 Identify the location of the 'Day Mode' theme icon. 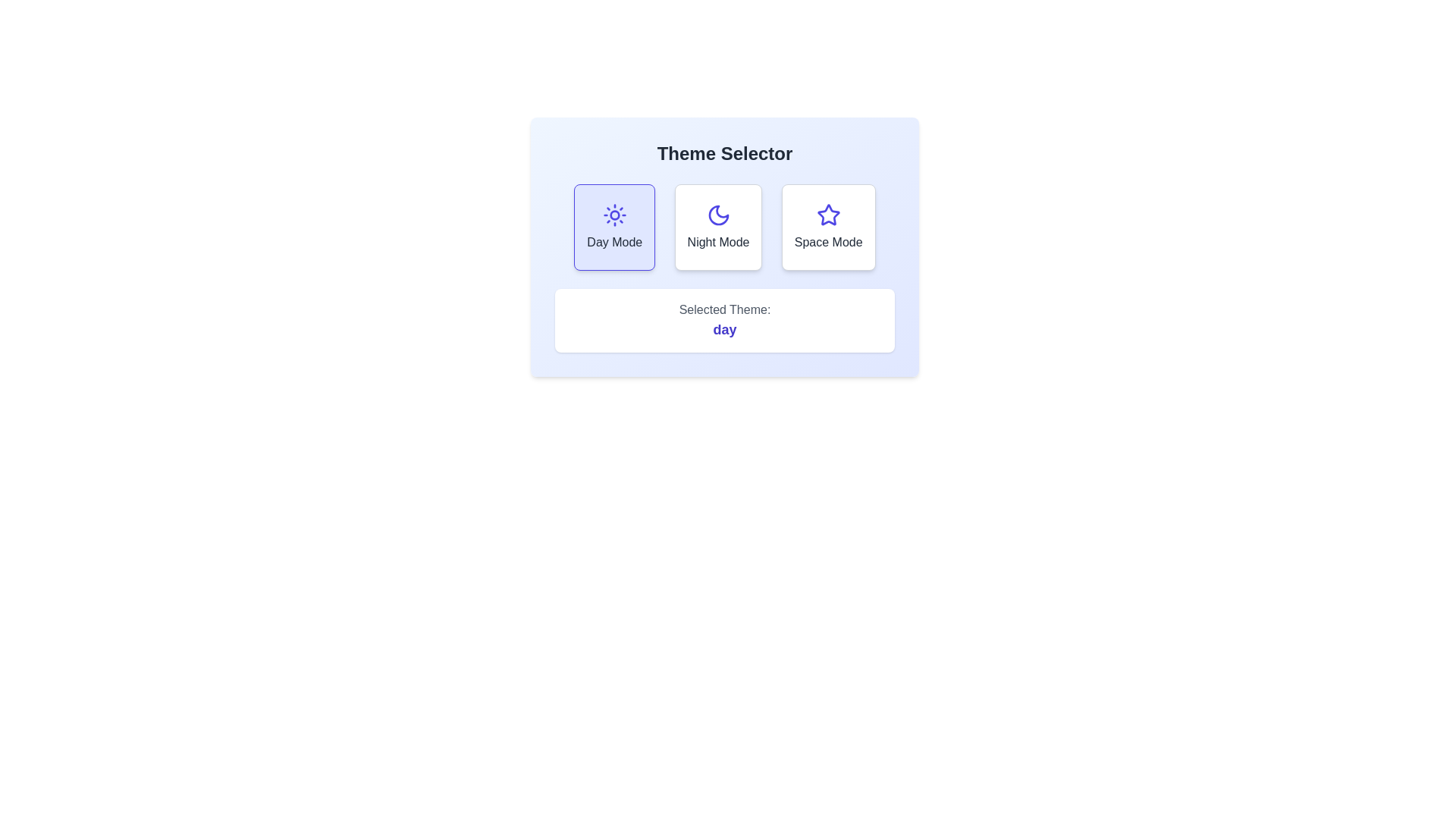
(614, 215).